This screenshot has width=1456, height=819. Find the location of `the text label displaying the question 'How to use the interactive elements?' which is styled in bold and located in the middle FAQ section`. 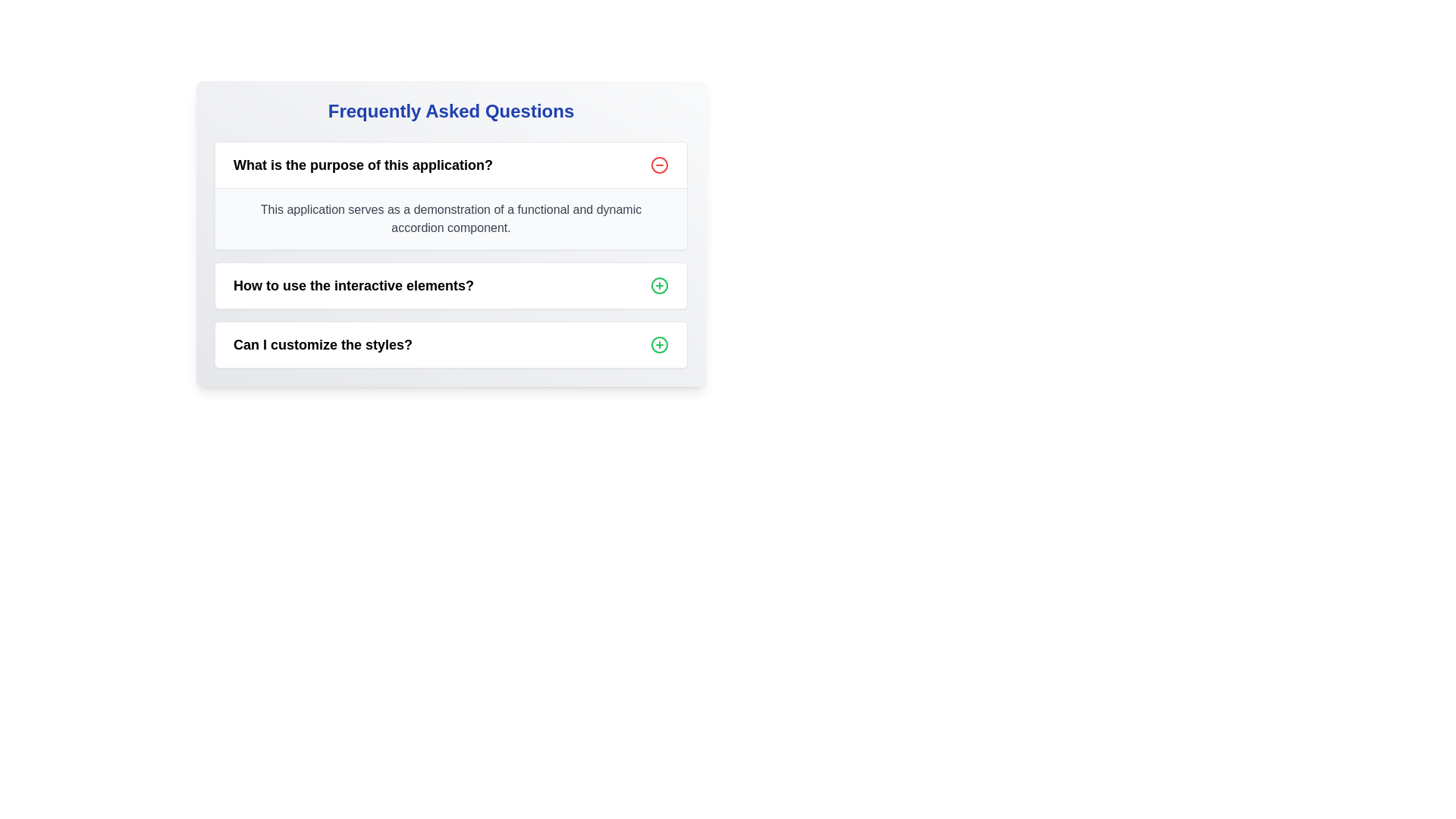

the text label displaying the question 'How to use the interactive elements?' which is styled in bold and located in the middle FAQ section is located at coordinates (353, 286).